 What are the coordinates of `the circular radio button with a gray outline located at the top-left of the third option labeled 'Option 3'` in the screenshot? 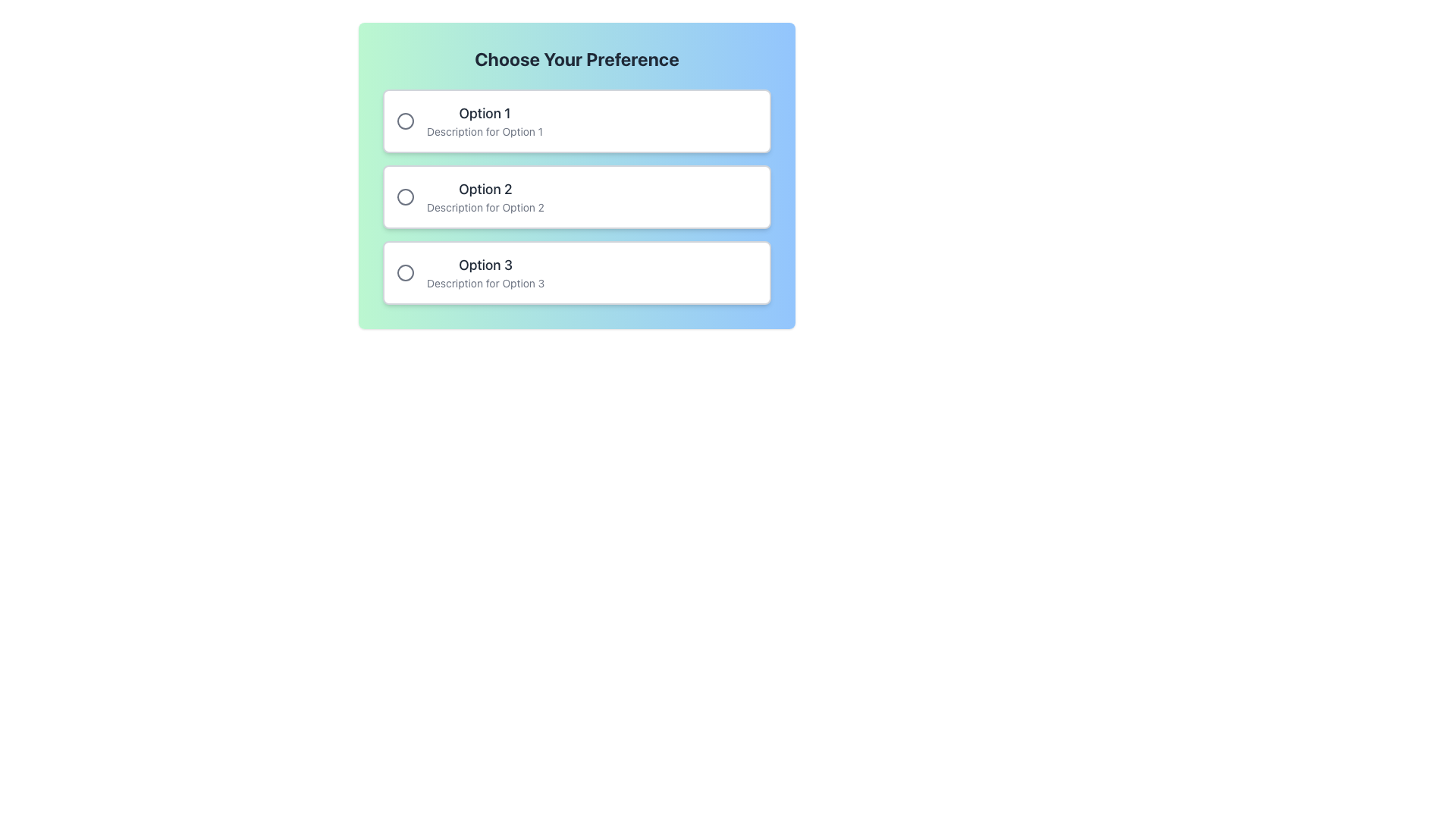 It's located at (405, 271).